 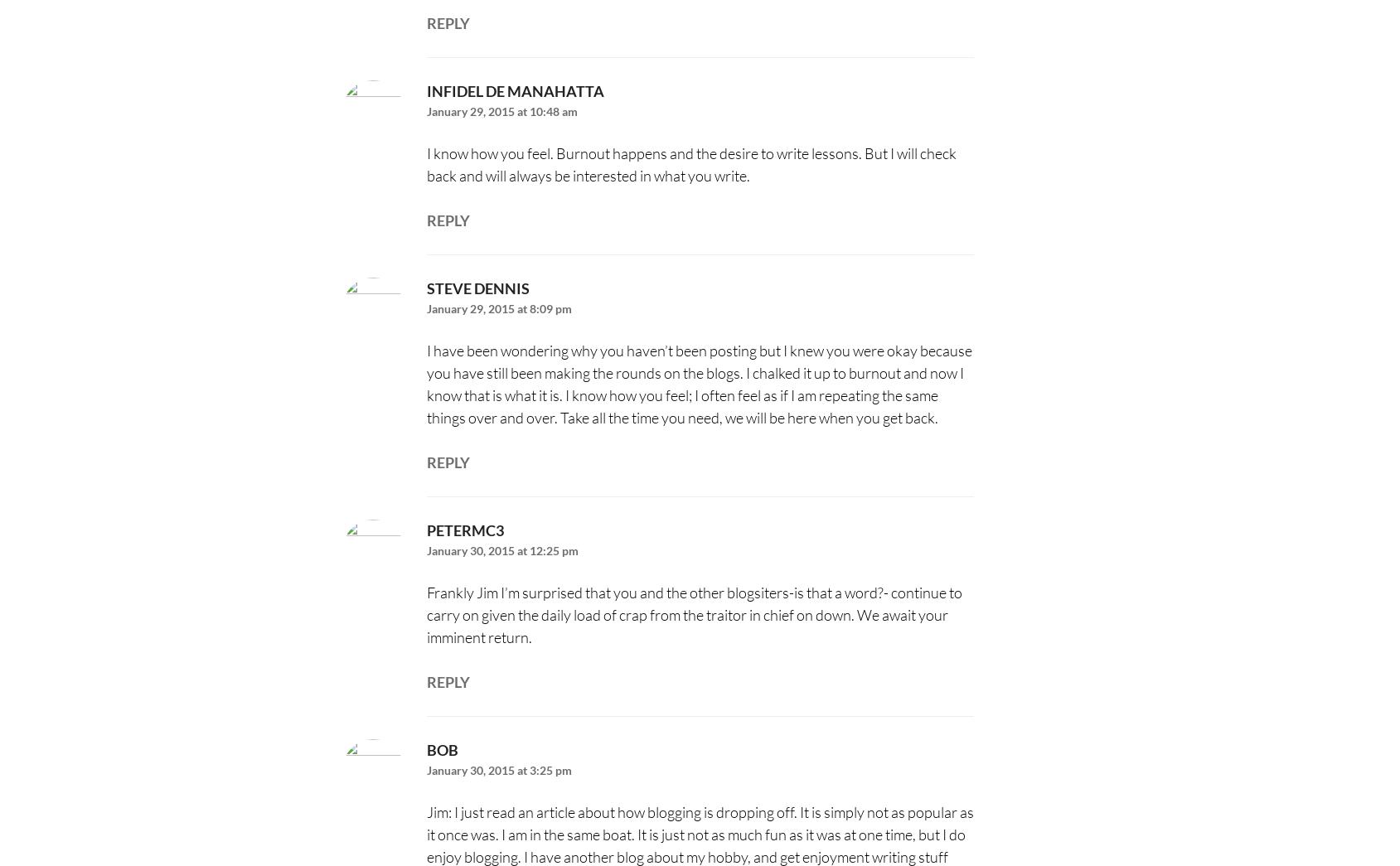 I want to click on 'Petermc3', so click(x=464, y=529).